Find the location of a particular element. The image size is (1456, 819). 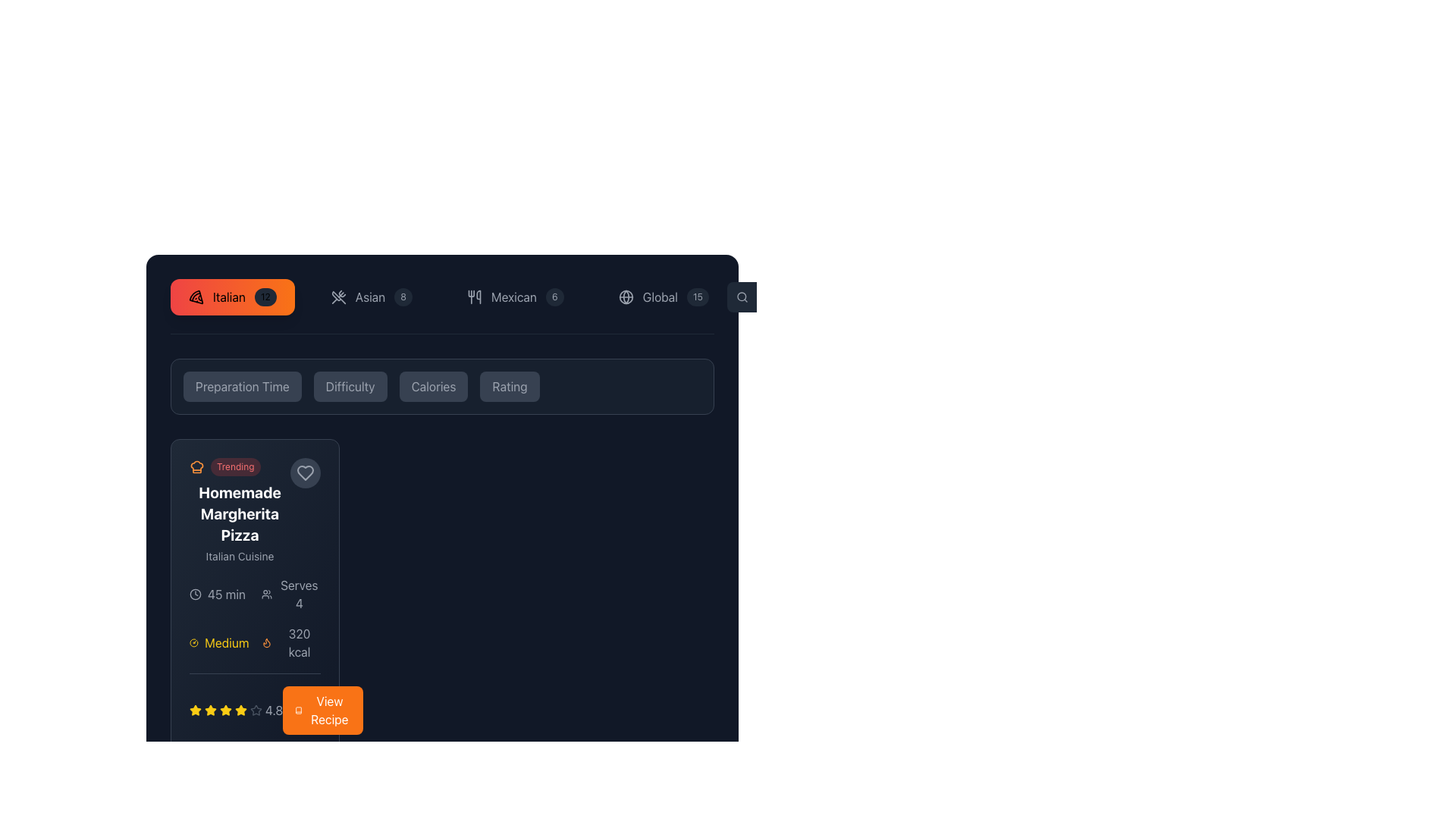

the Text label that indicates the difficulty level or category for the associated recipe content, located below the icons for time and servings is located at coordinates (226, 643).